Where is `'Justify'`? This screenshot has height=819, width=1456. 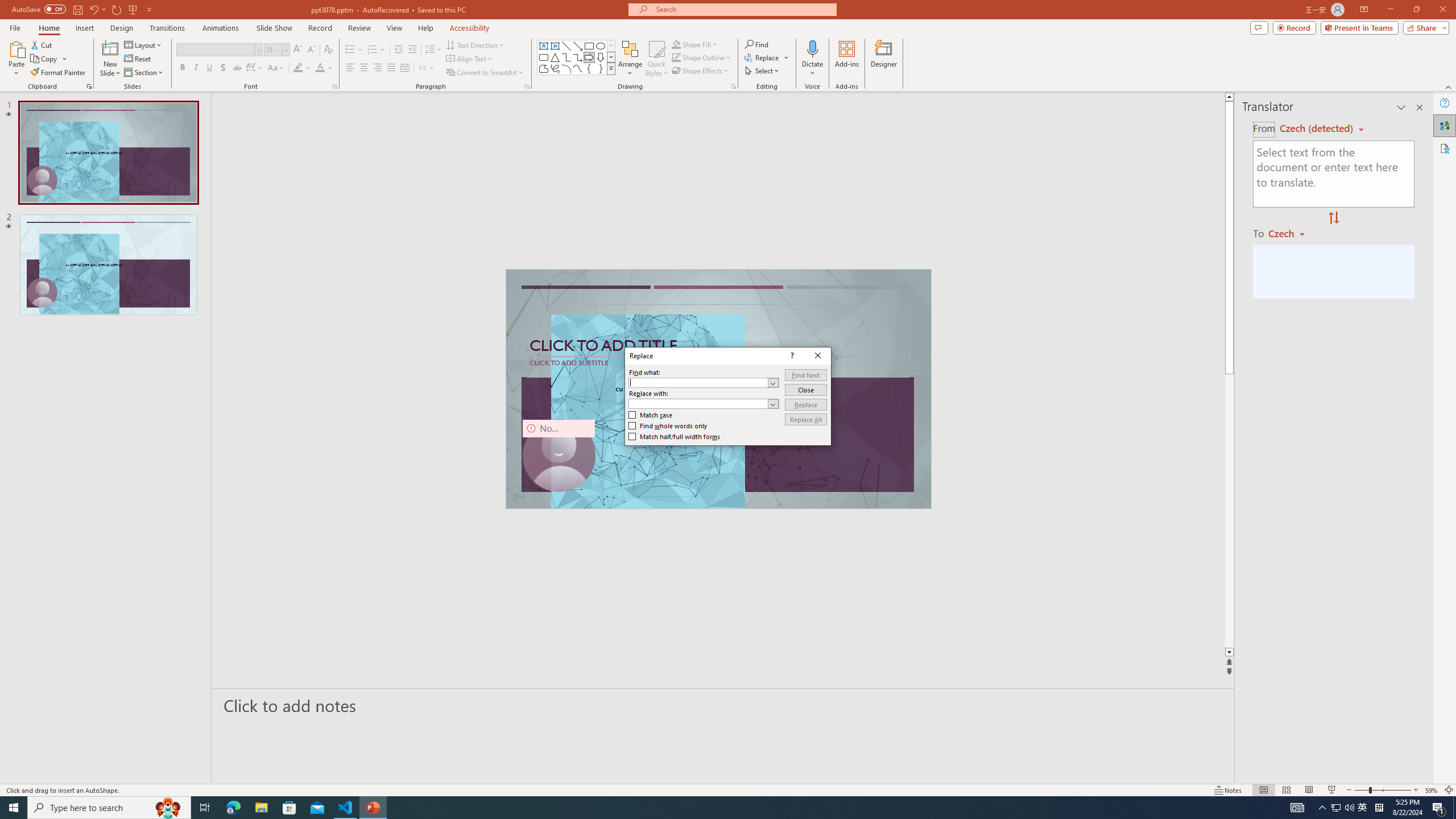
'Justify' is located at coordinates (390, 67).